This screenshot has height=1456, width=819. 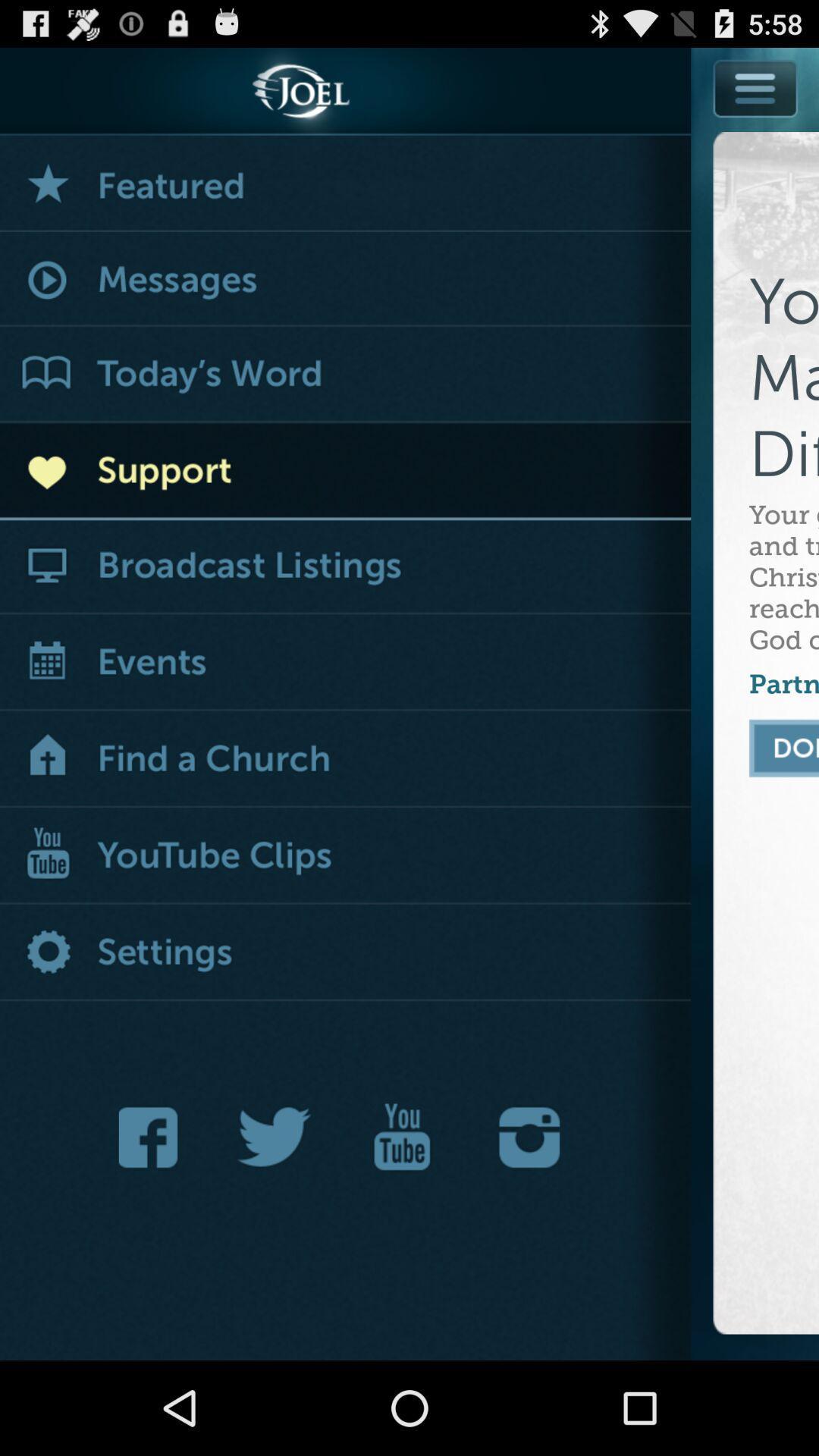 What do you see at coordinates (345, 471) in the screenshot?
I see `contact technicial support` at bounding box center [345, 471].